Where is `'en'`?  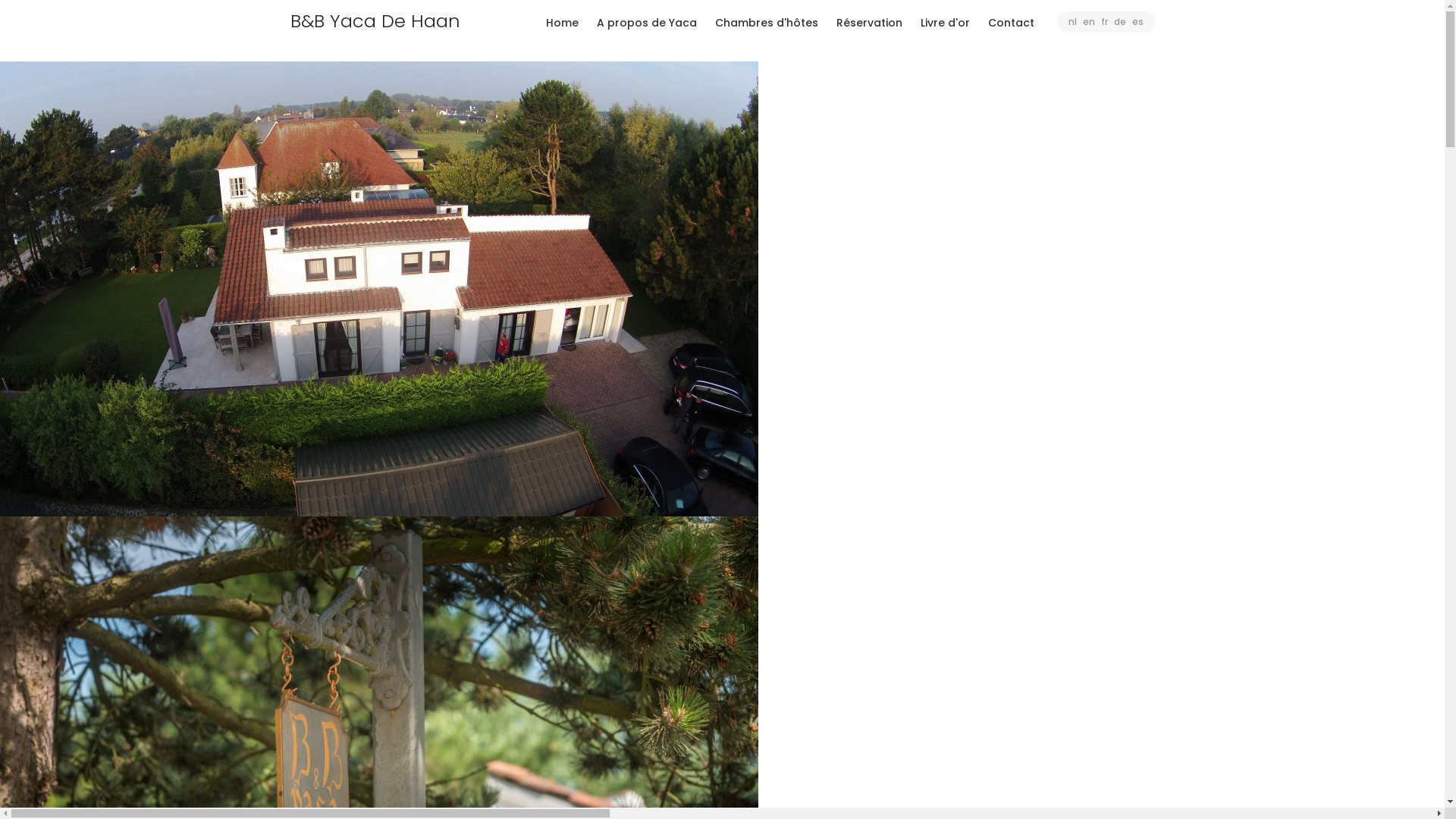
'en' is located at coordinates (1082, 21).